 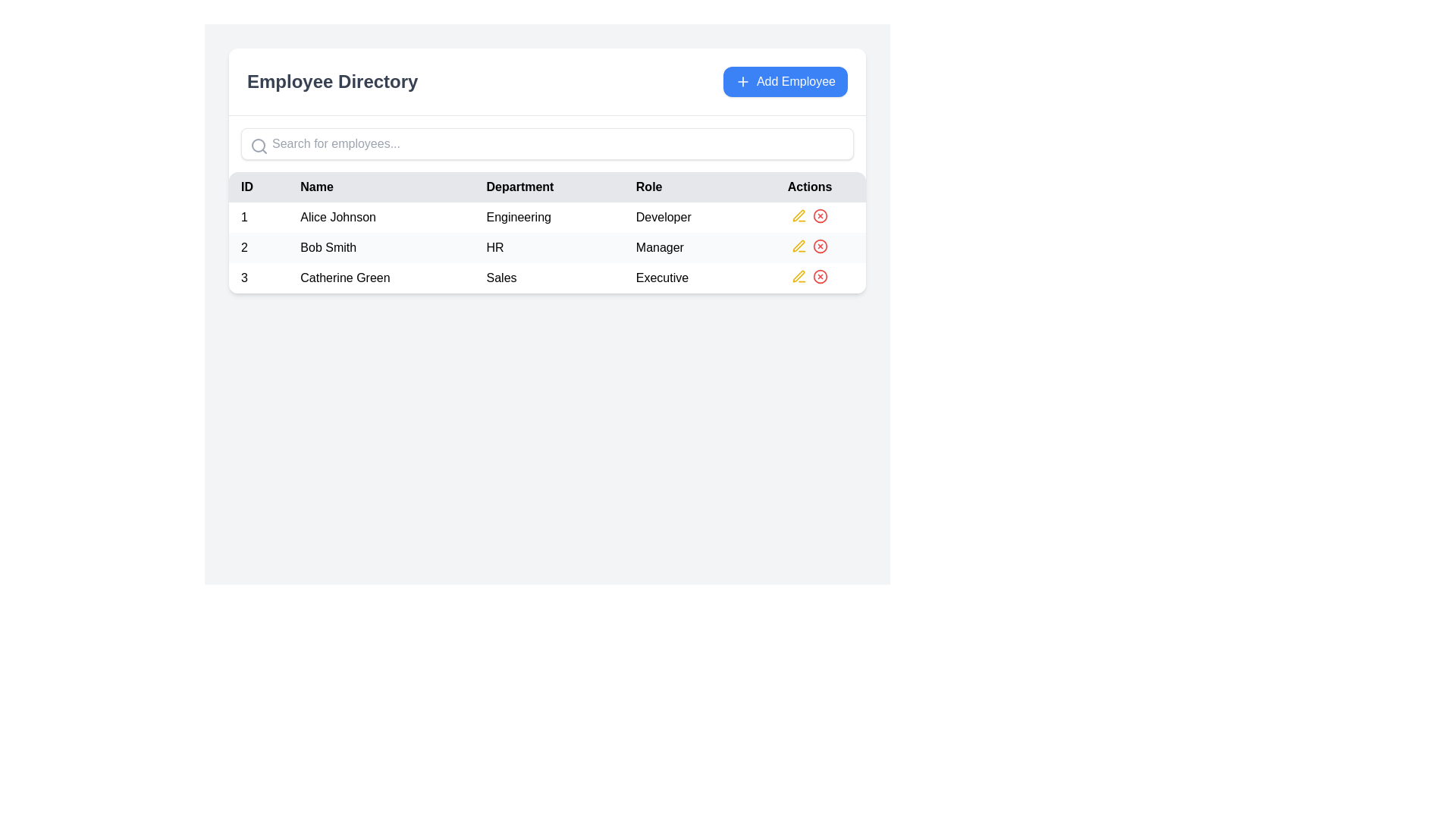 What do you see at coordinates (809, 245) in the screenshot?
I see `the red cross icon in the action icons cluster located in the second row of the table under the 'Actions' column` at bounding box center [809, 245].